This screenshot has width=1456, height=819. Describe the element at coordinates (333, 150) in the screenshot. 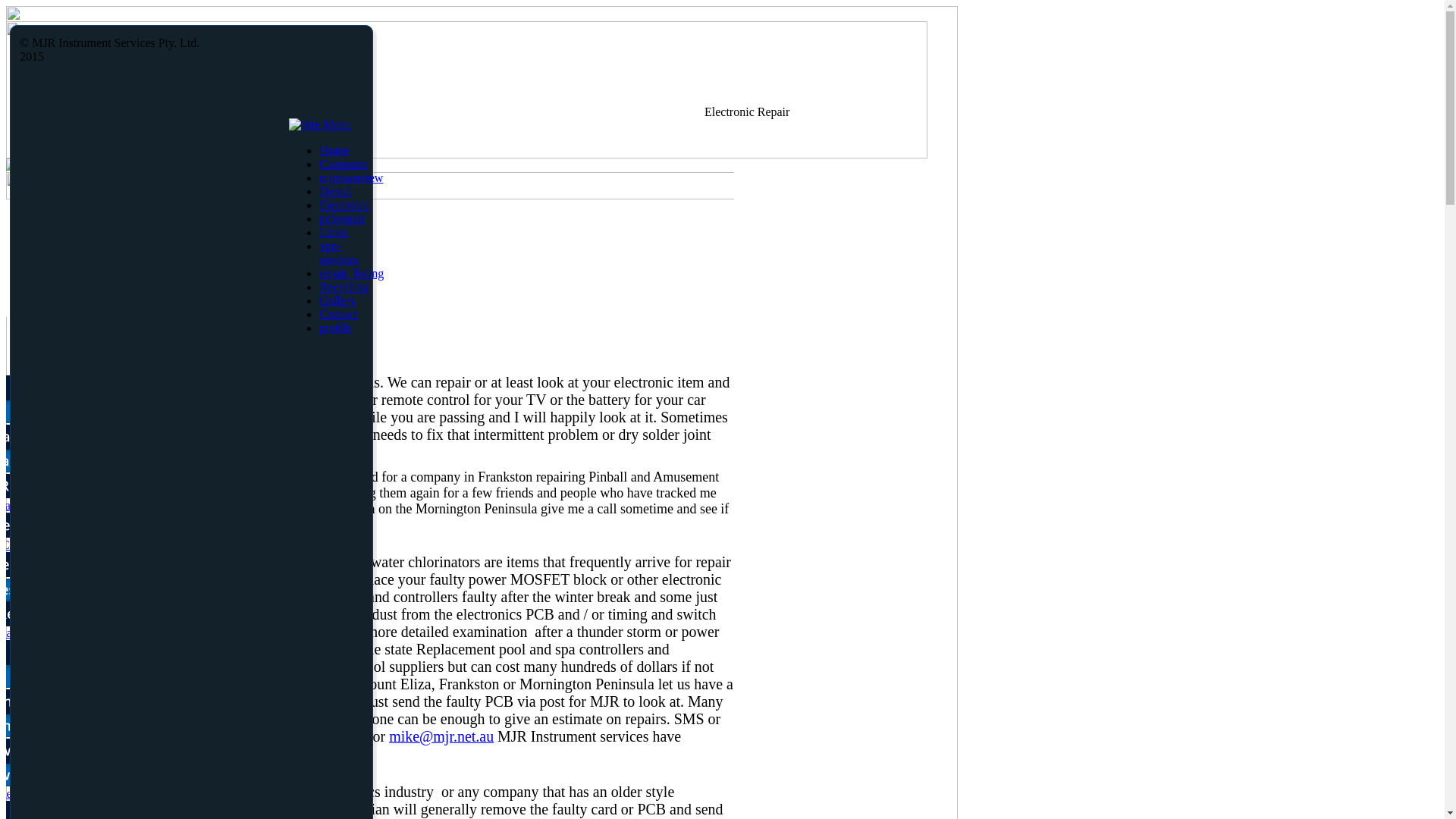

I see `'Home'` at that location.